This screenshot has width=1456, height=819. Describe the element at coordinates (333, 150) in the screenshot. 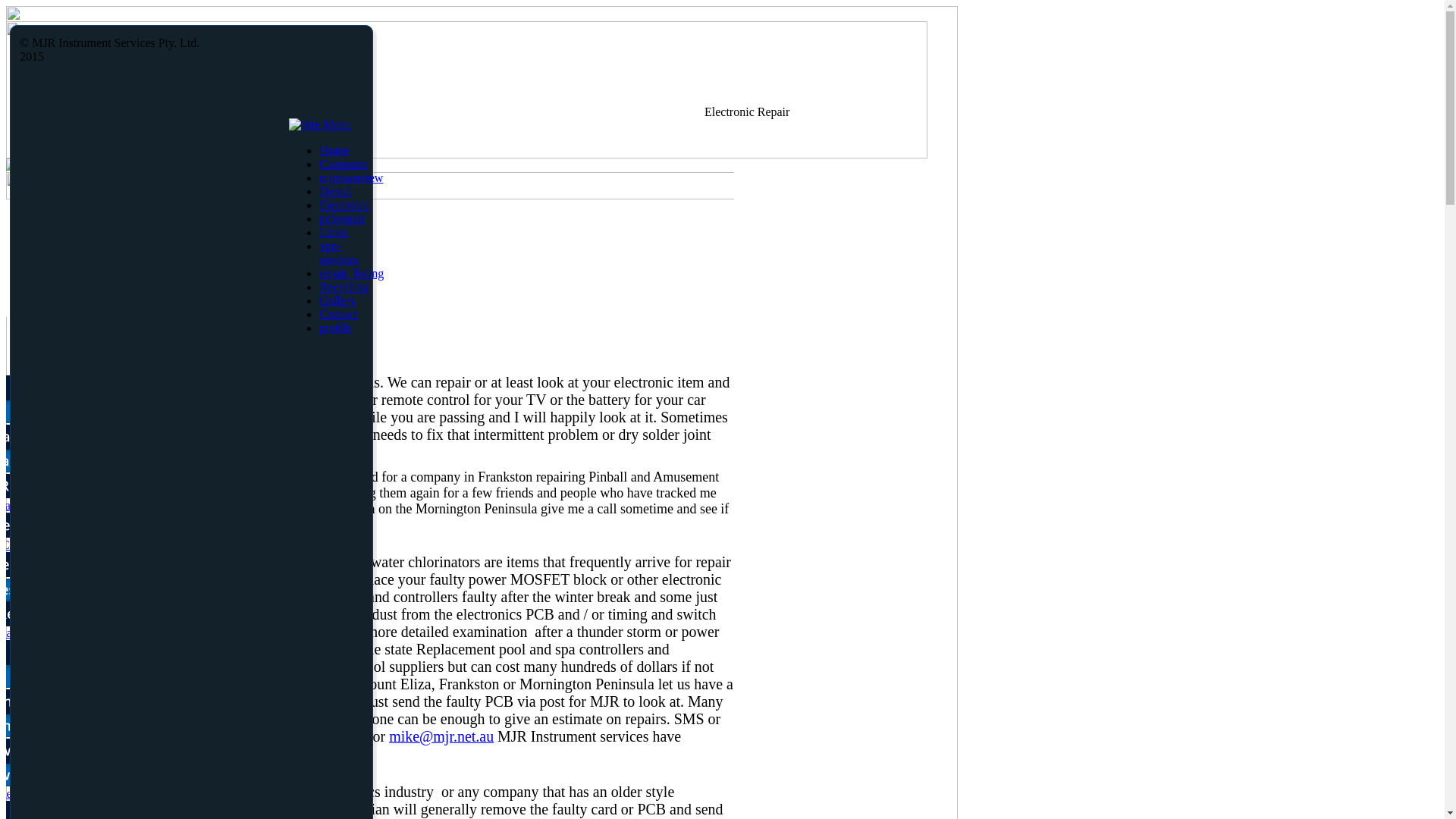

I see `'Home'` at that location.